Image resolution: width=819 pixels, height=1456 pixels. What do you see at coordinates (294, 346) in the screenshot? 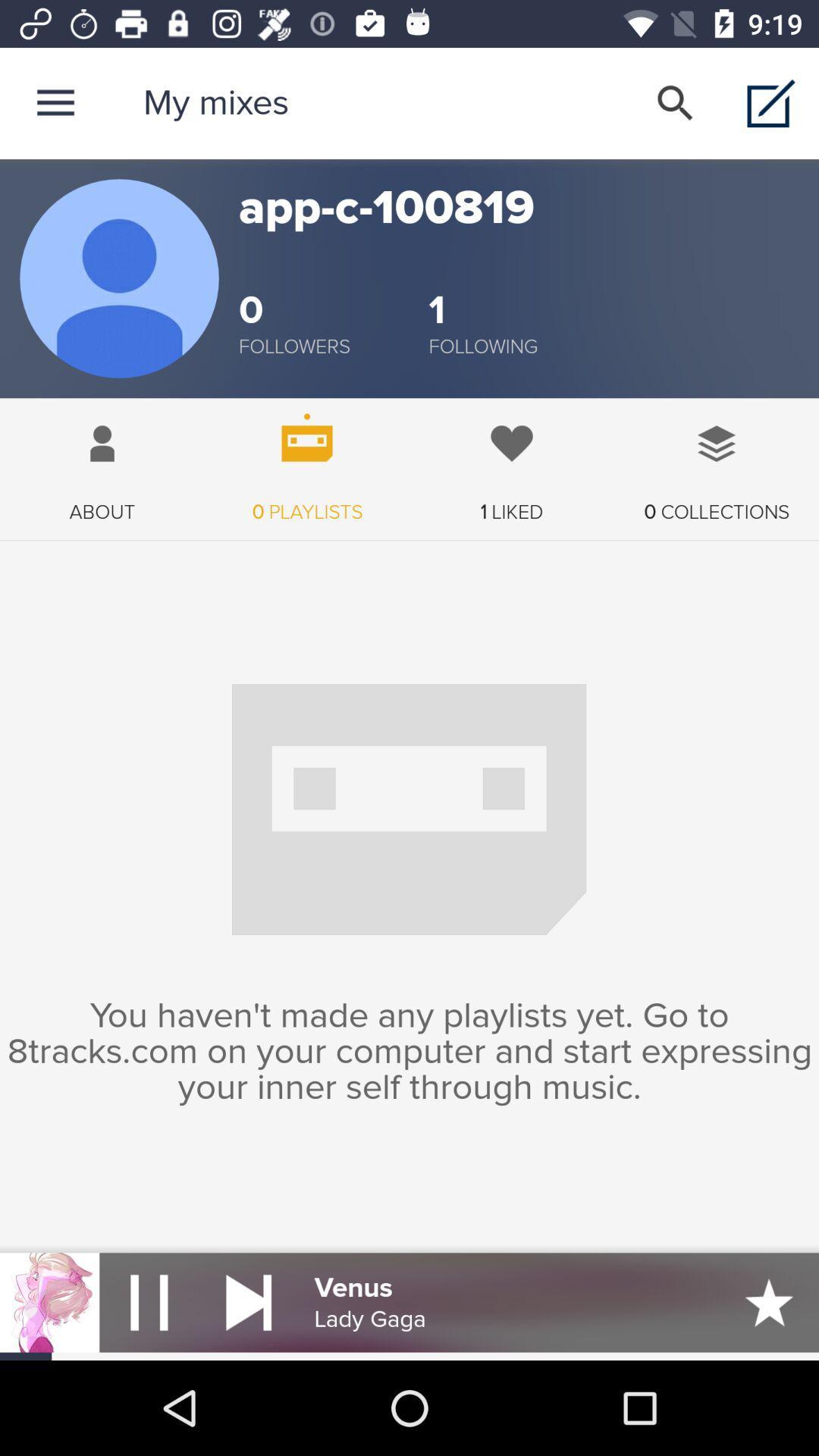
I see `followers item` at bounding box center [294, 346].